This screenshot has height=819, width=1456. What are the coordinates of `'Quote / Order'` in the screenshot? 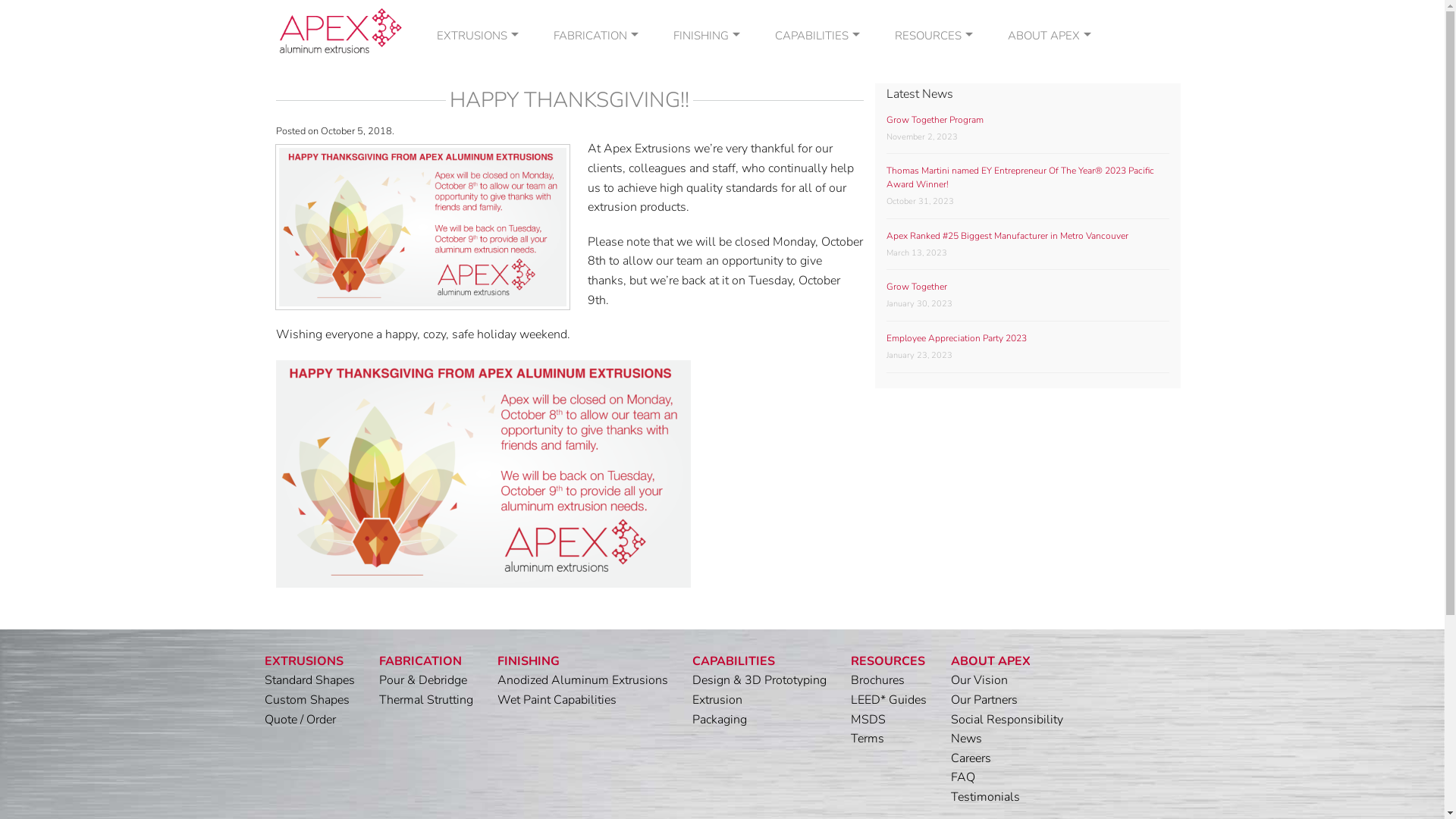 It's located at (299, 718).